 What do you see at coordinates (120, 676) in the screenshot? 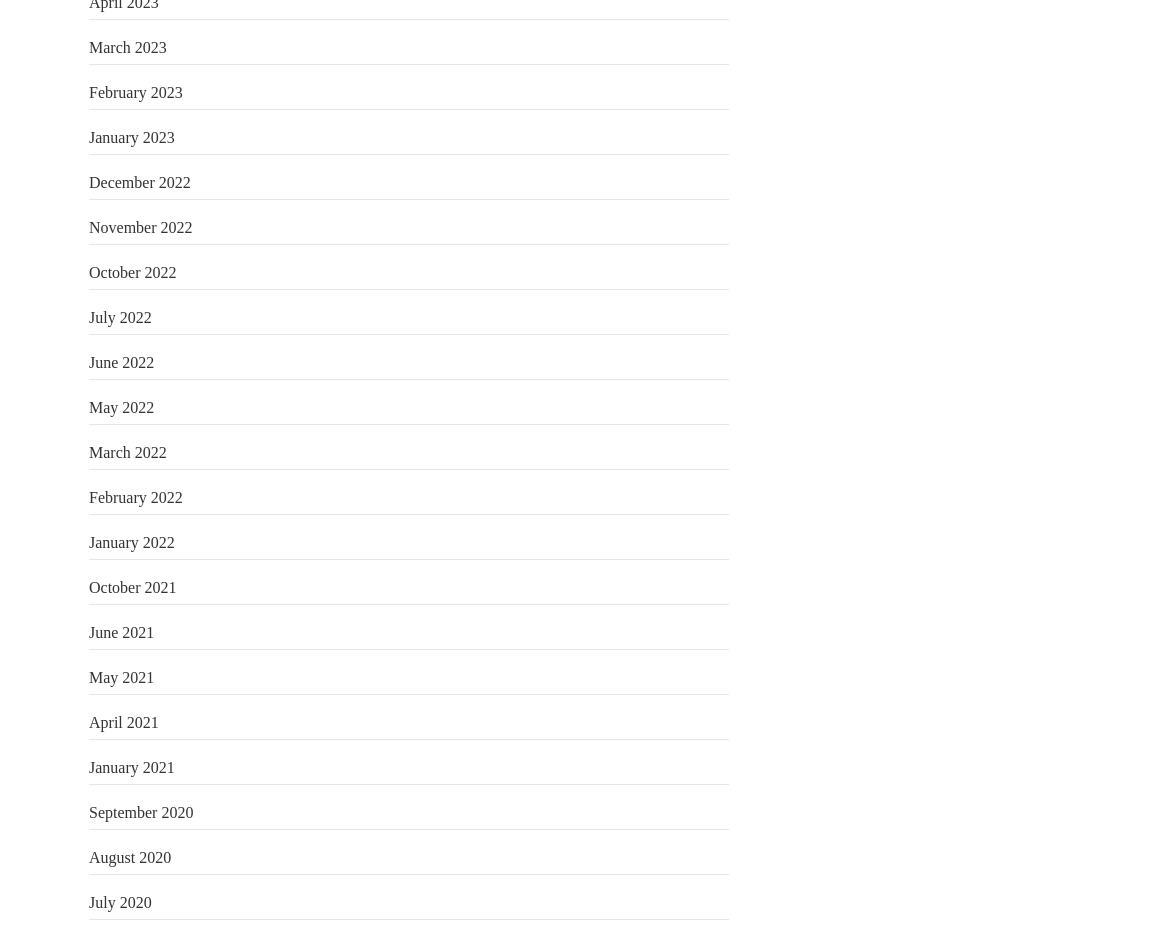
I see `'May 2021'` at bounding box center [120, 676].